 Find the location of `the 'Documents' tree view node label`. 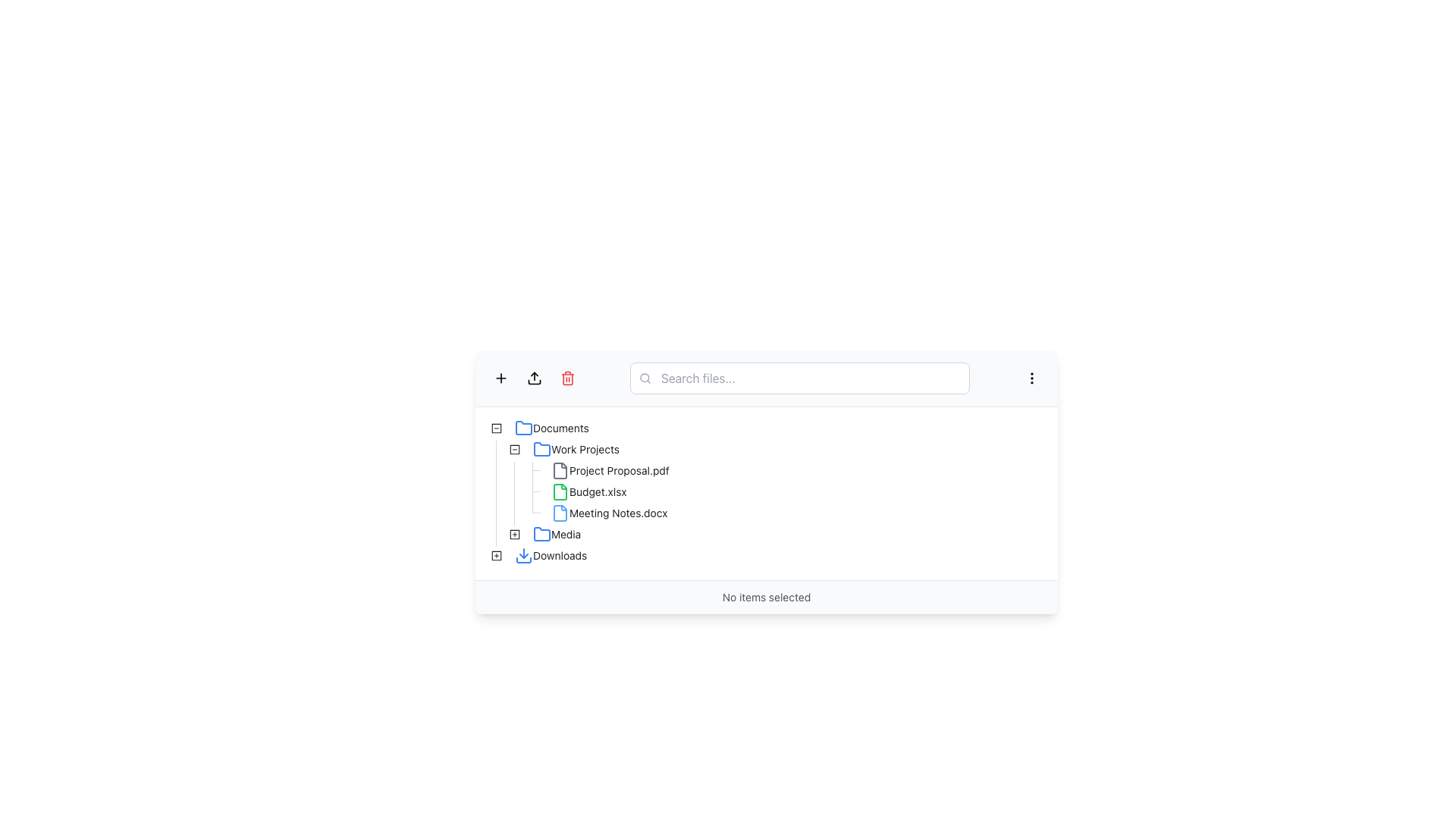

the 'Documents' tree view node label is located at coordinates (560, 428).